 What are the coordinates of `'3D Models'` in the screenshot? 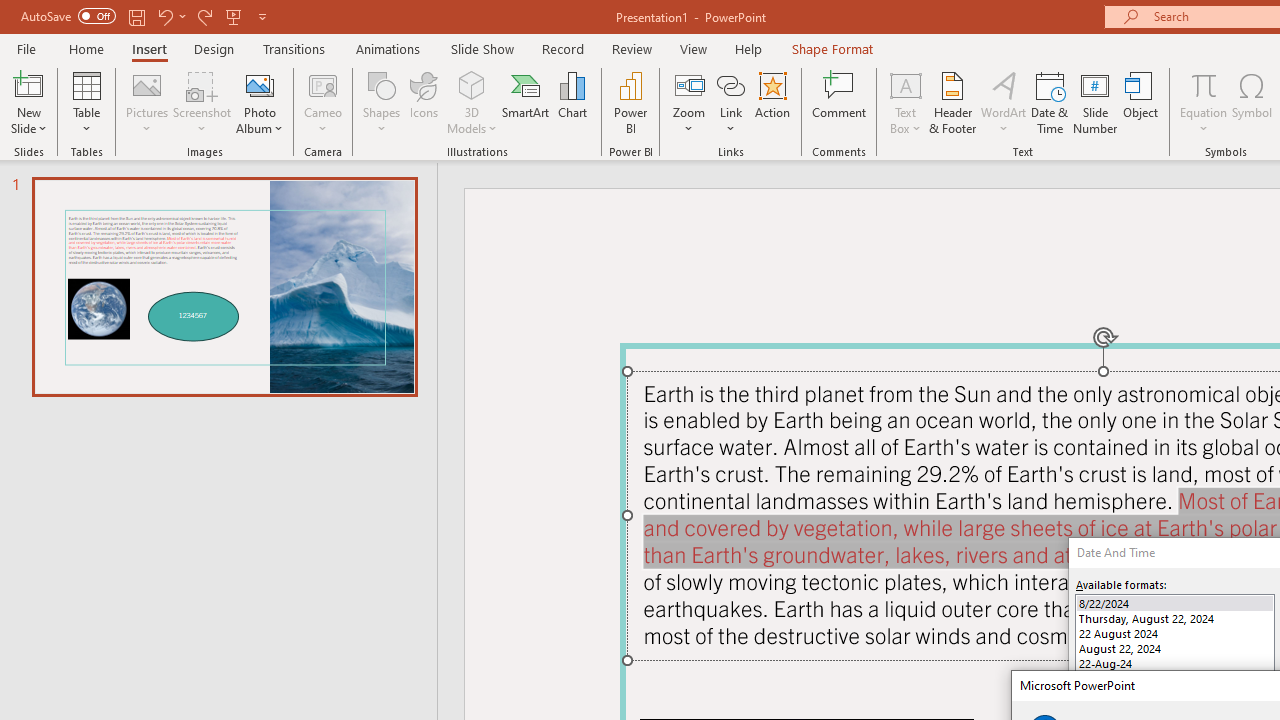 It's located at (471, 103).